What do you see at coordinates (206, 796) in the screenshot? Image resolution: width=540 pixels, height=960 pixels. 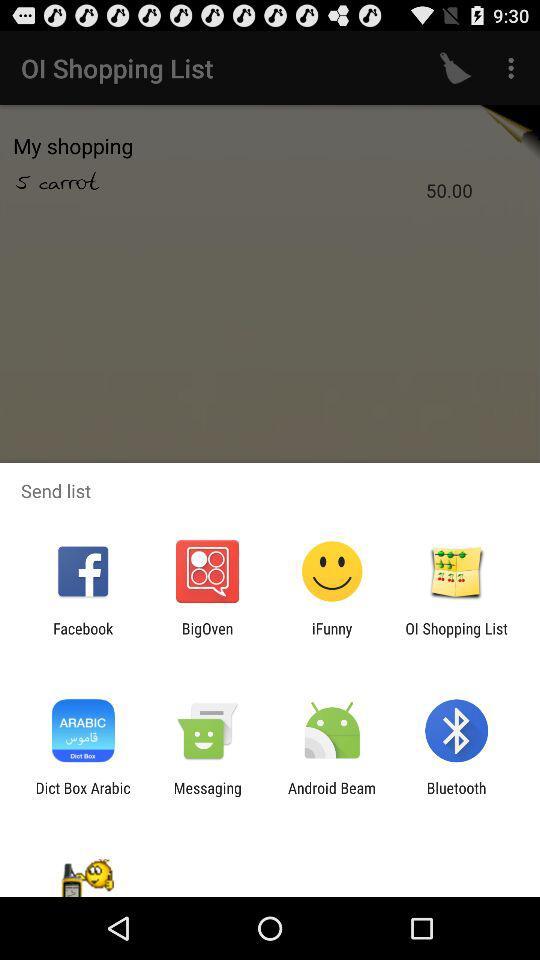 I see `icon to the right of dict box arabic item` at bounding box center [206, 796].